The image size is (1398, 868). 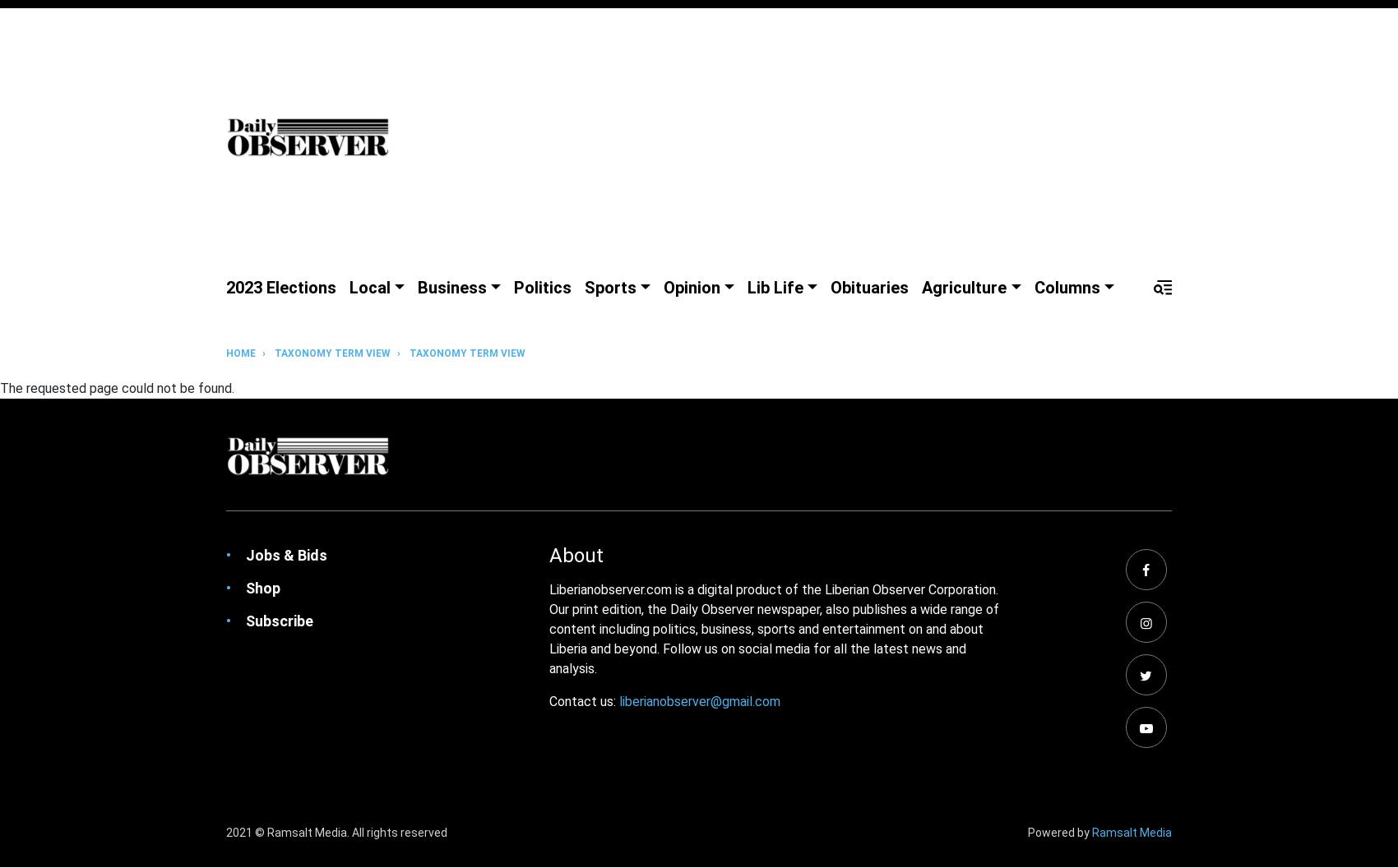 What do you see at coordinates (576, 554) in the screenshot?
I see `'About'` at bounding box center [576, 554].